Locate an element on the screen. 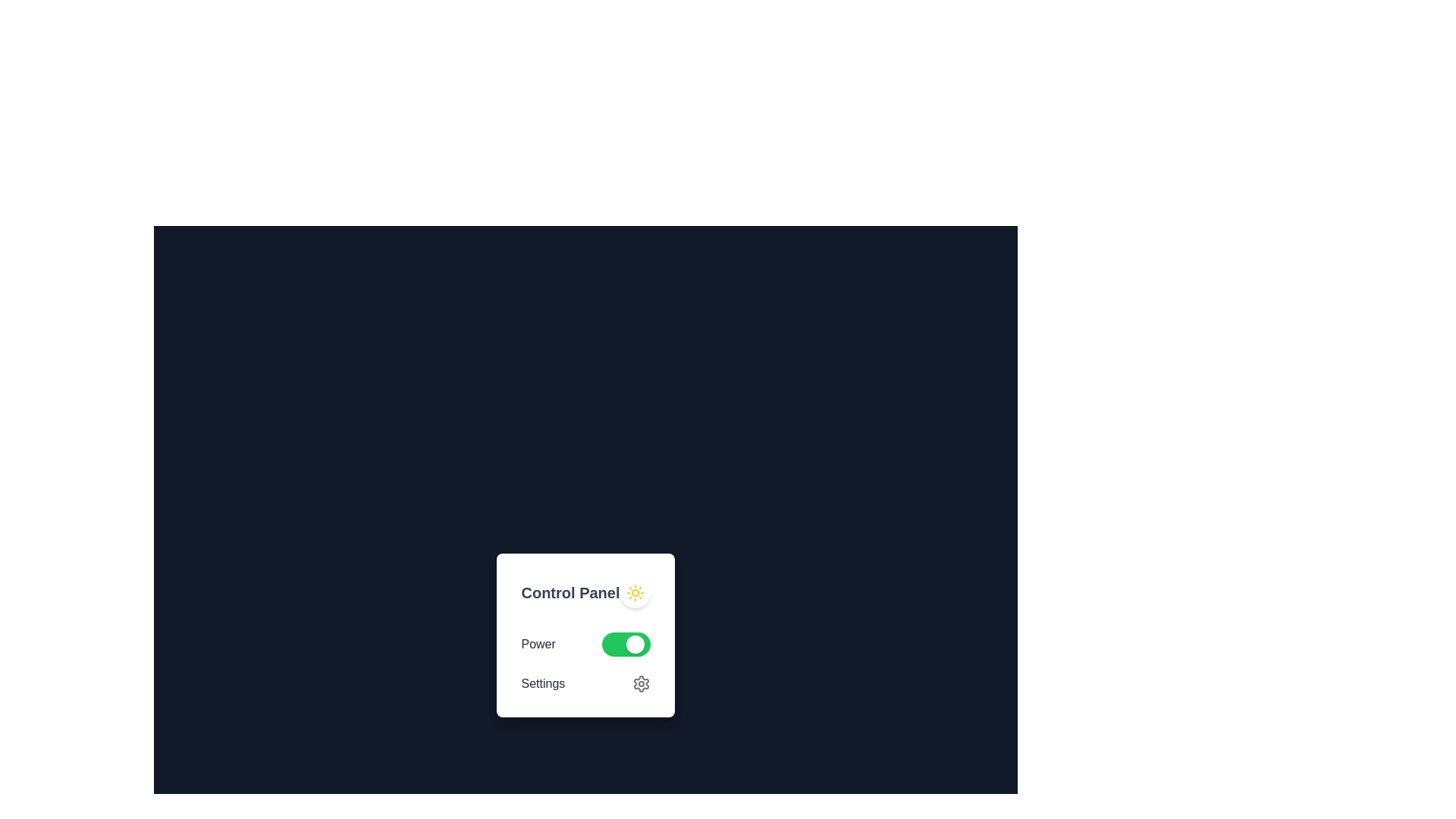 This screenshot has height=819, width=1456. the 'Settings' text label, which is styled in dark gray and located in the bottom-left section of the control panel is located at coordinates (543, 684).